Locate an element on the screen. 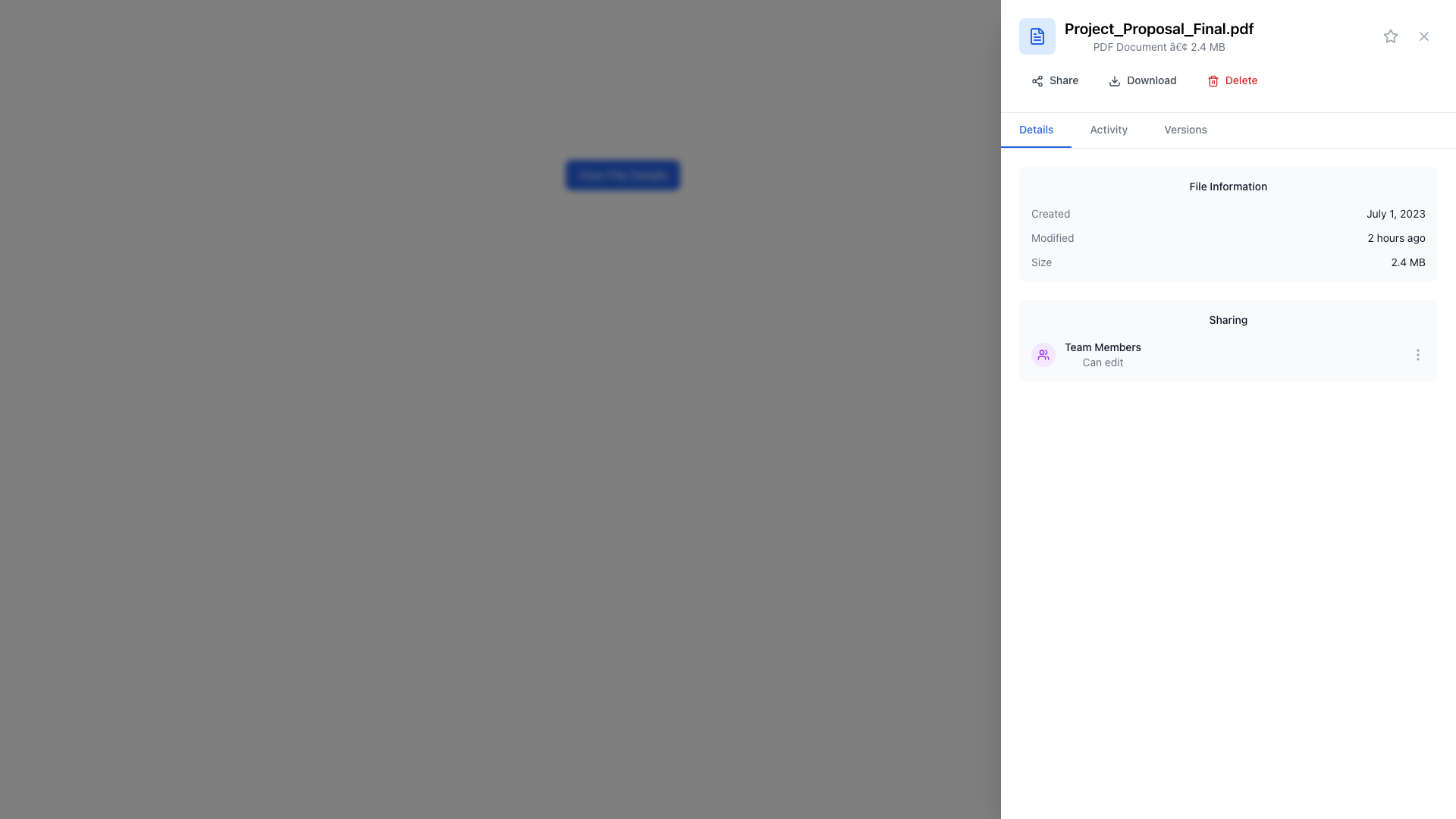  the star-shaped icon located at the top right of the interface is located at coordinates (1390, 35).